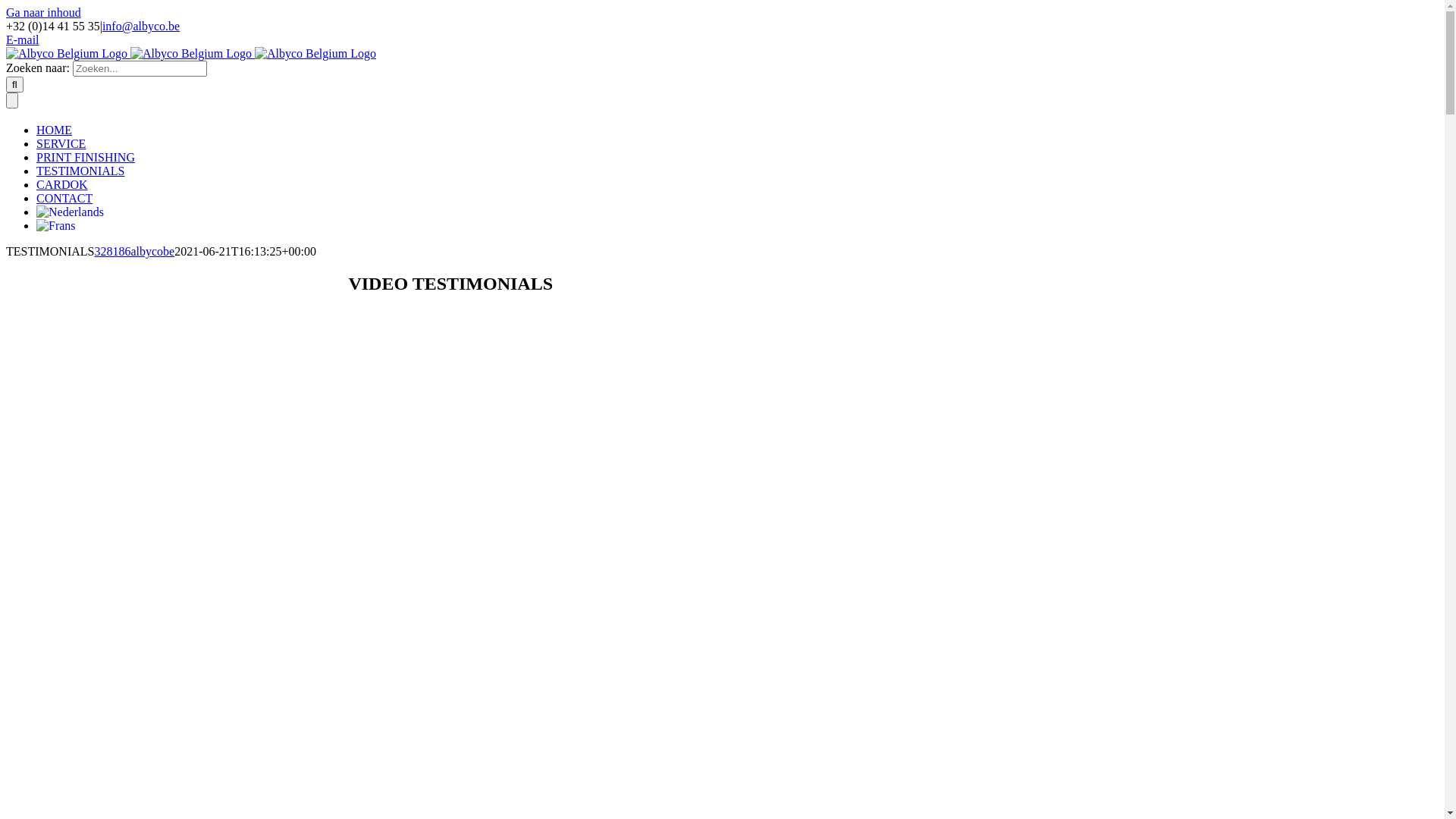 This screenshot has width=1456, height=819. I want to click on 'CONTACT', so click(64, 197).